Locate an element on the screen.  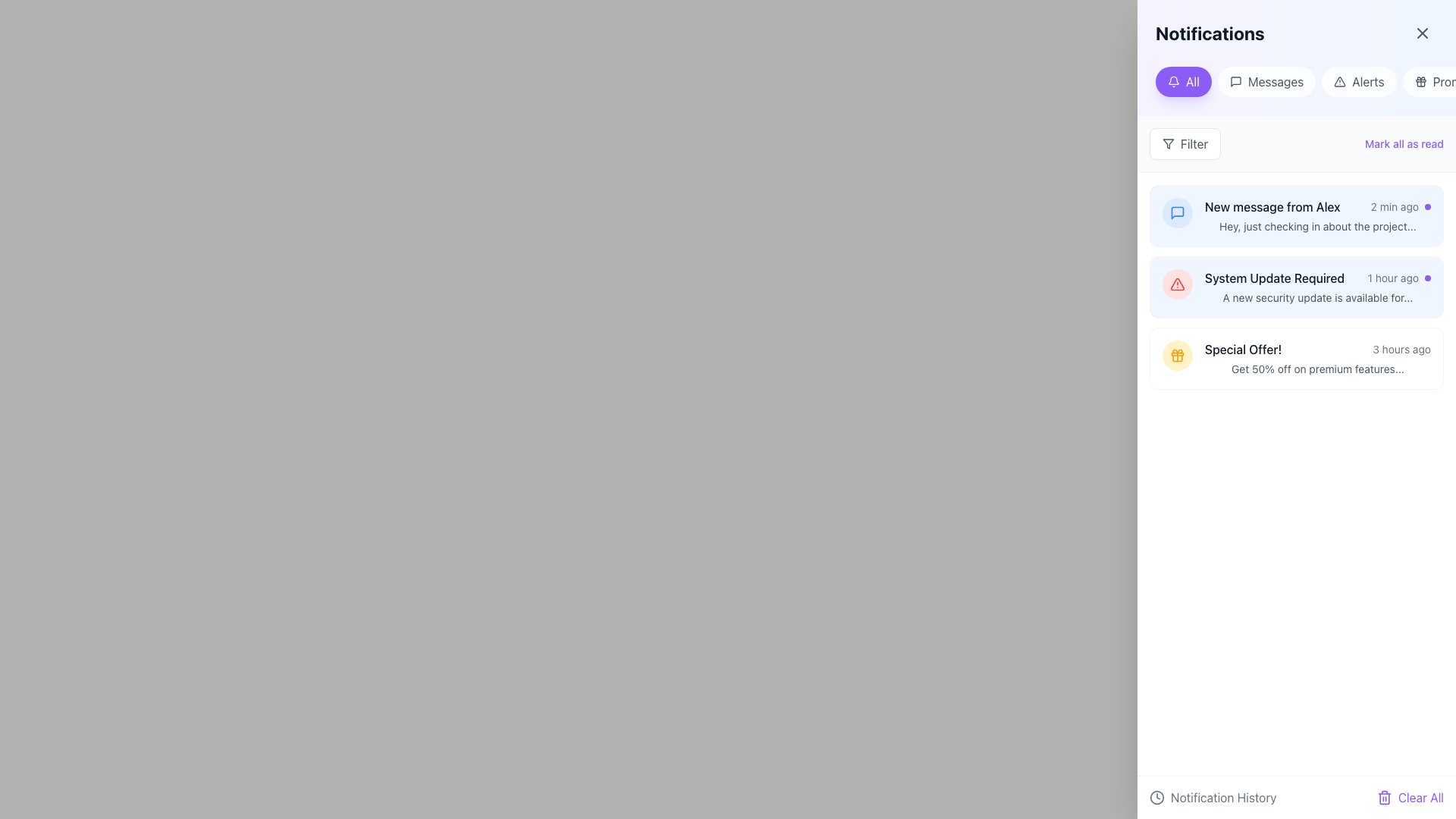
text label inside the filter button located at the top-right corner of the interface, positioned to the right of the bell icon, to understand the currently active filter for notifications is located at coordinates (1192, 82).